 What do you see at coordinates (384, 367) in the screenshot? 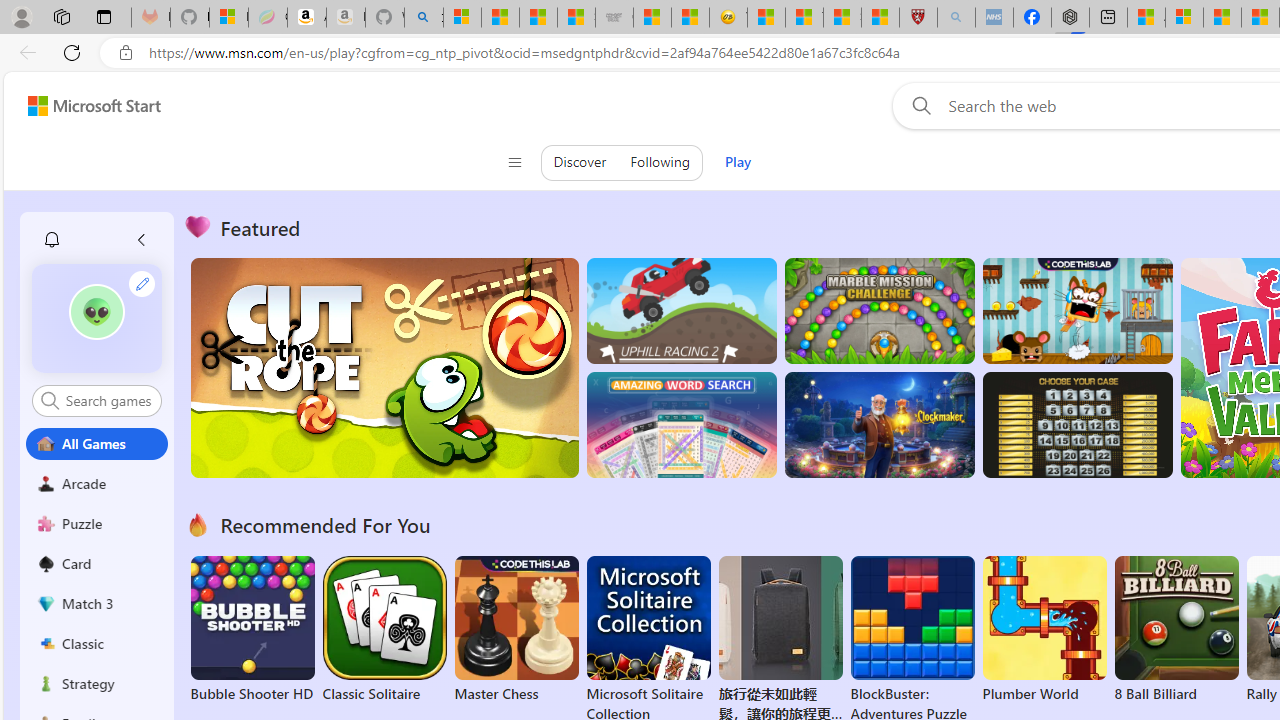
I see `'Cut the Rope'` at bounding box center [384, 367].